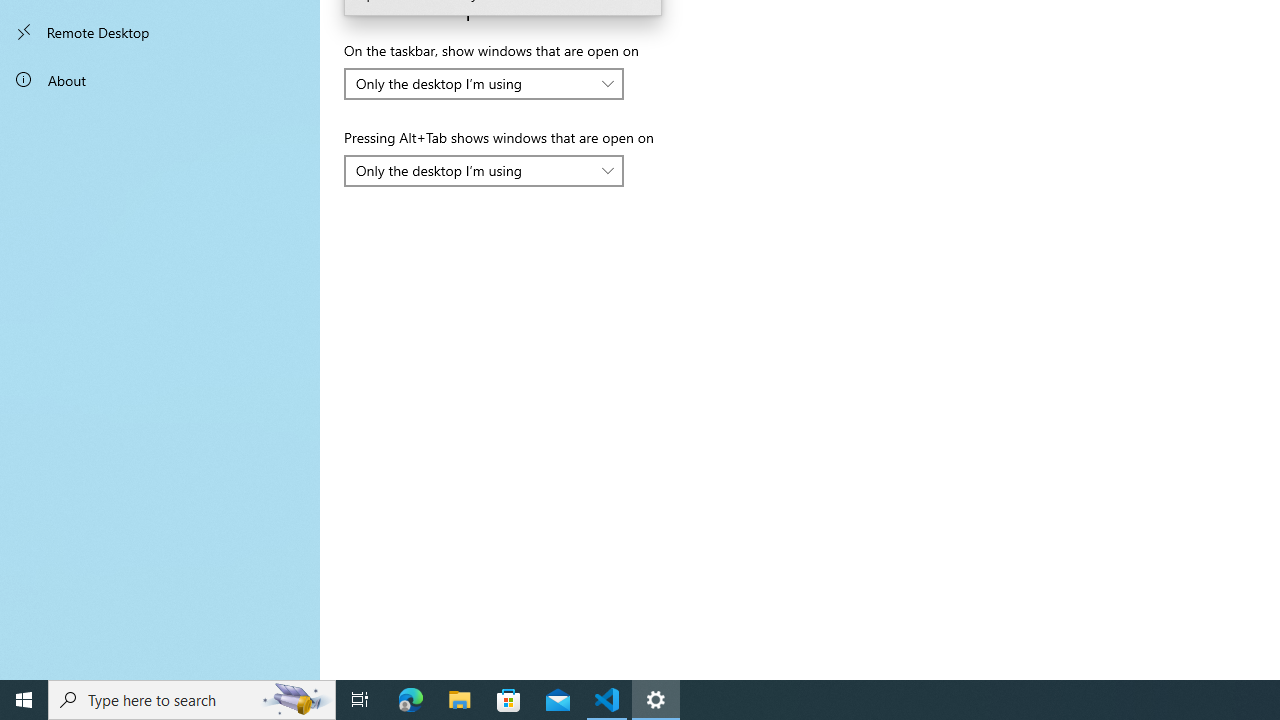  What do you see at coordinates (656, 698) in the screenshot?
I see `'Settings - 1 running window'` at bounding box center [656, 698].